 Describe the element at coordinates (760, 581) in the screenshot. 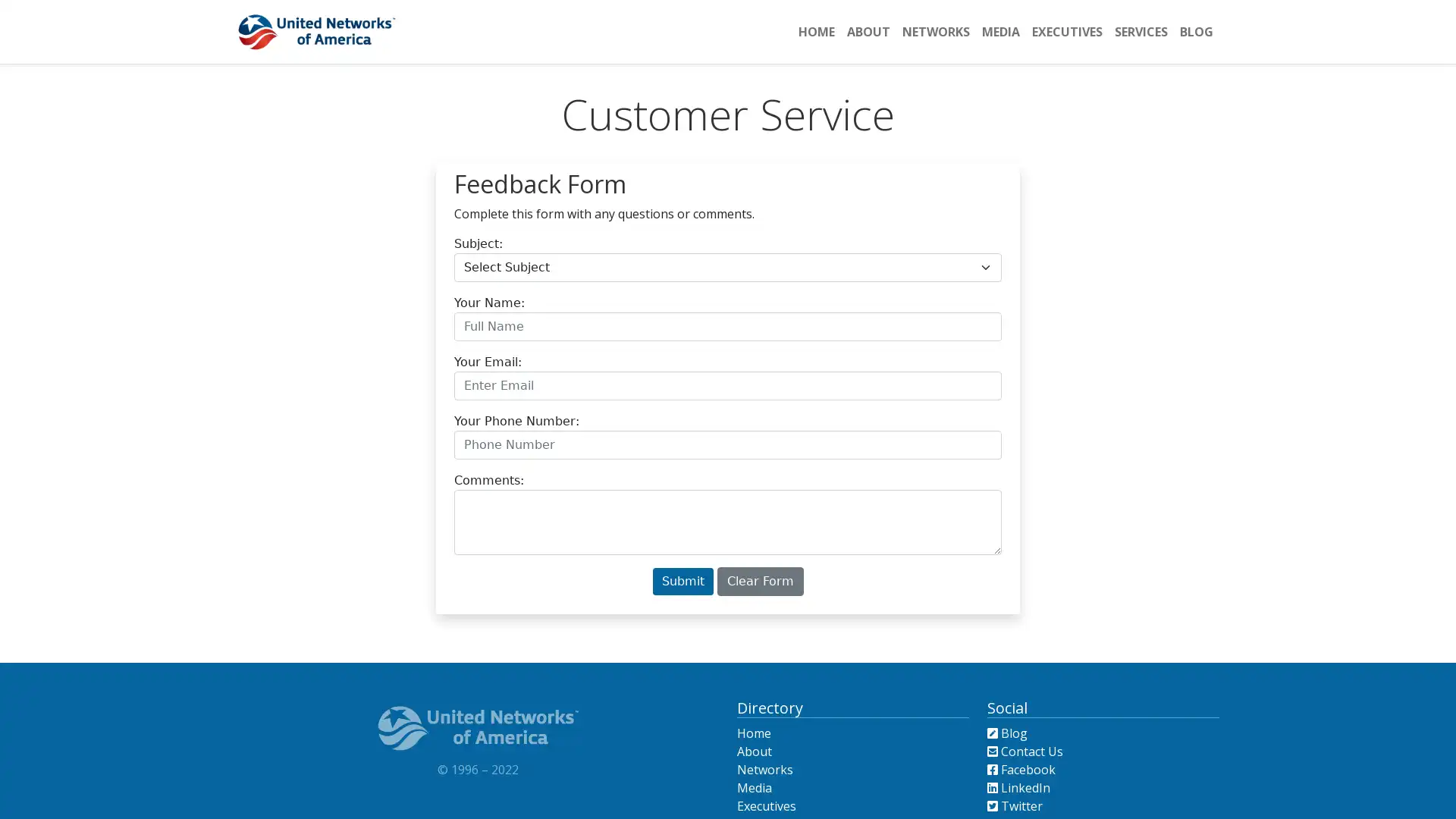

I see `Clear Form` at that location.